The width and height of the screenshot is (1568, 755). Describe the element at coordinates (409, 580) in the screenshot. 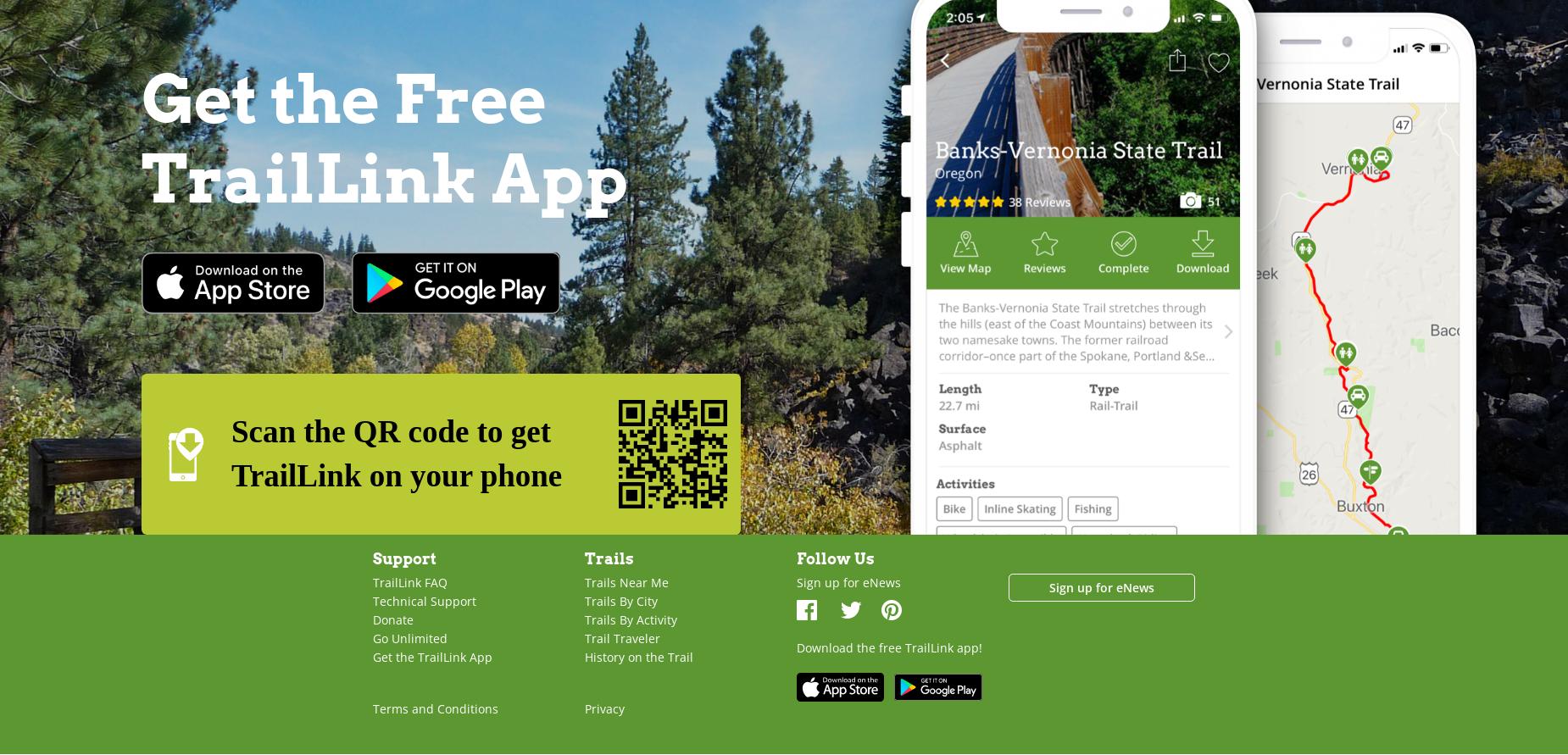

I see `'TrailLink FAQ'` at that location.